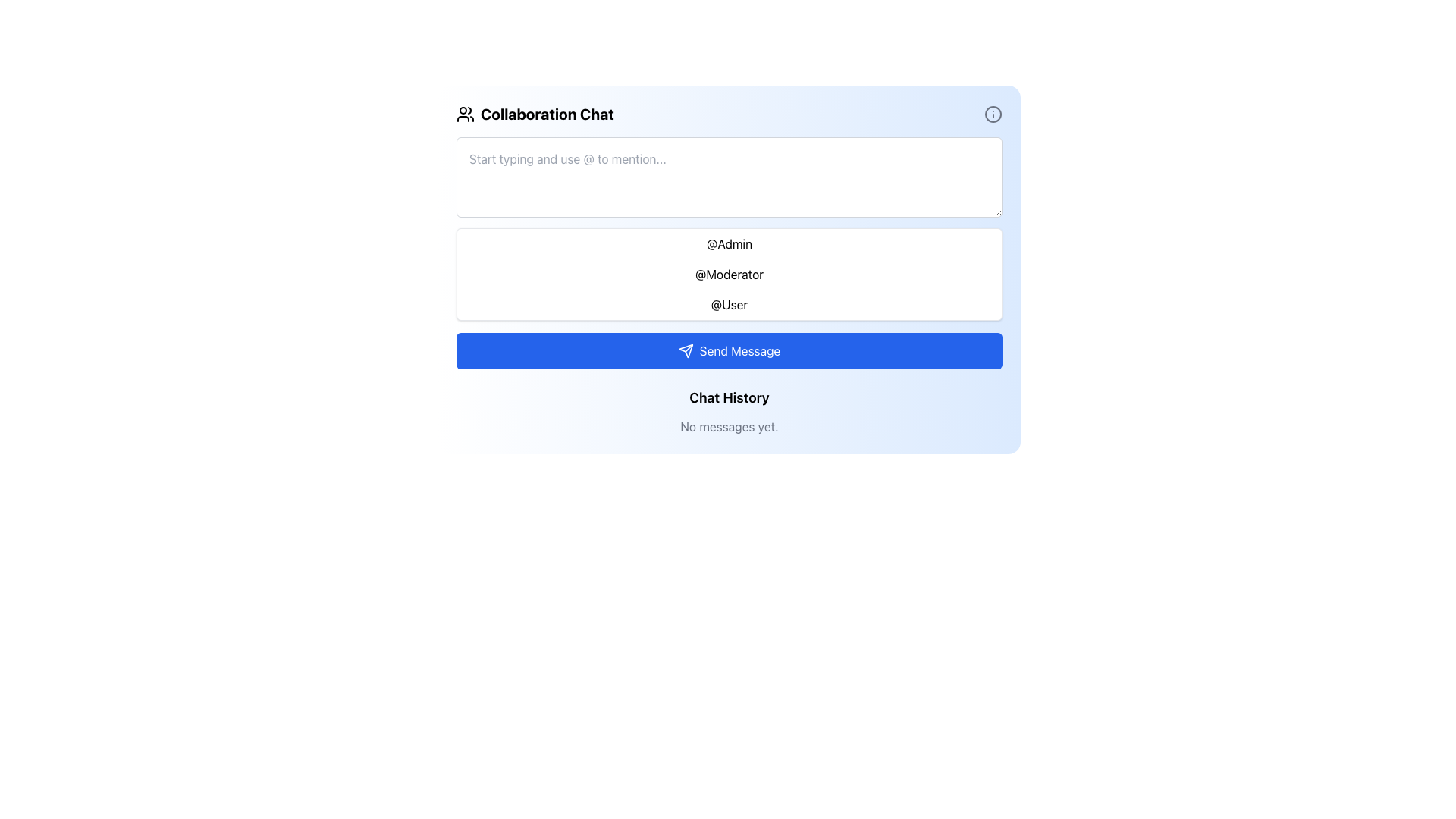 The height and width of the screenshot is (819, 1456). I want to click on the header text label indicating the chat history, which is centrally aligned below the 'Send Message' button and above the text 'No messages yet.', so click(729, 397).